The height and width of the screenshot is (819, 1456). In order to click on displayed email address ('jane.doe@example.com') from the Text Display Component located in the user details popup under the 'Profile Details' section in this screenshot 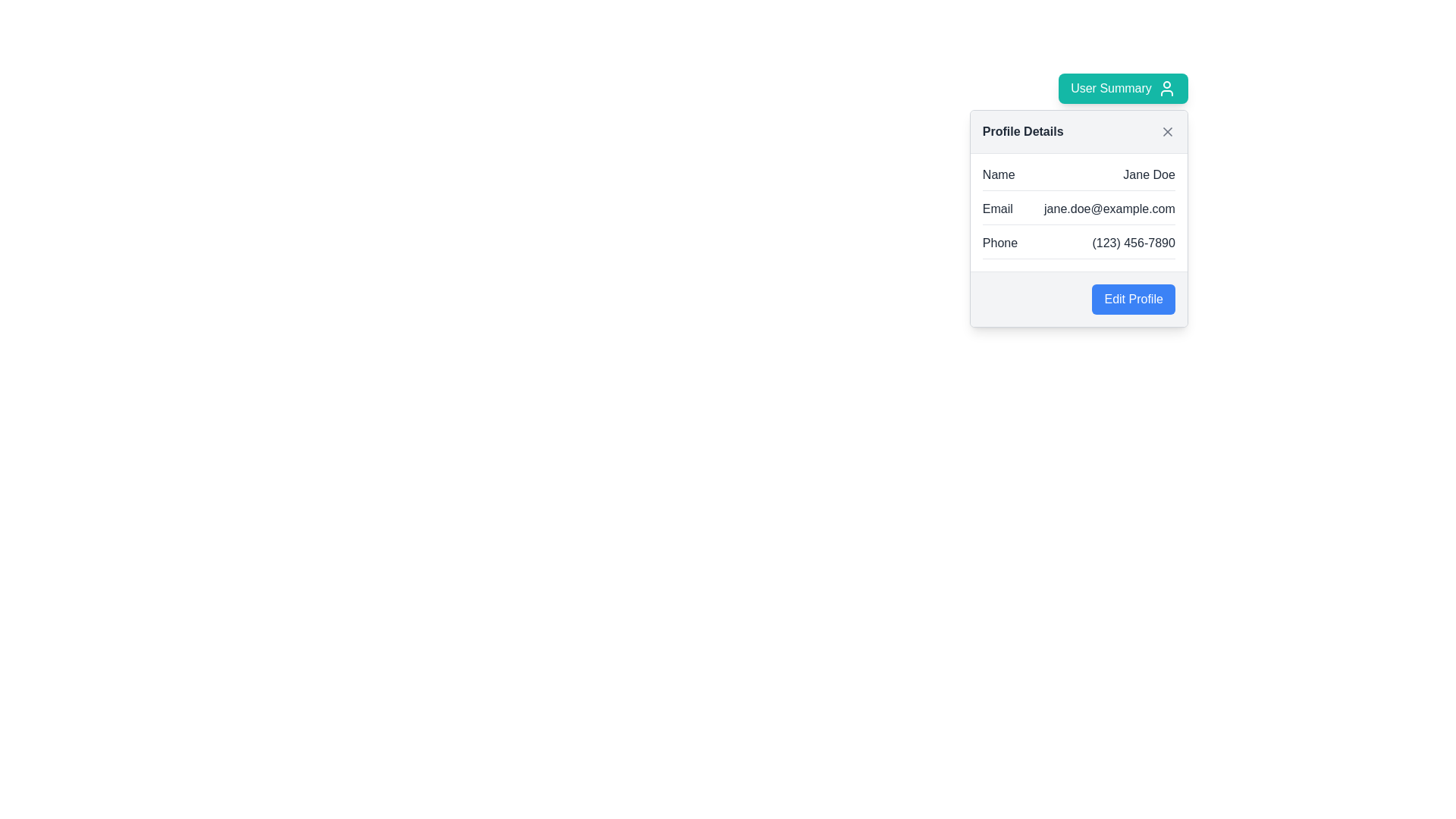, I will do `click(1078, 212)`.